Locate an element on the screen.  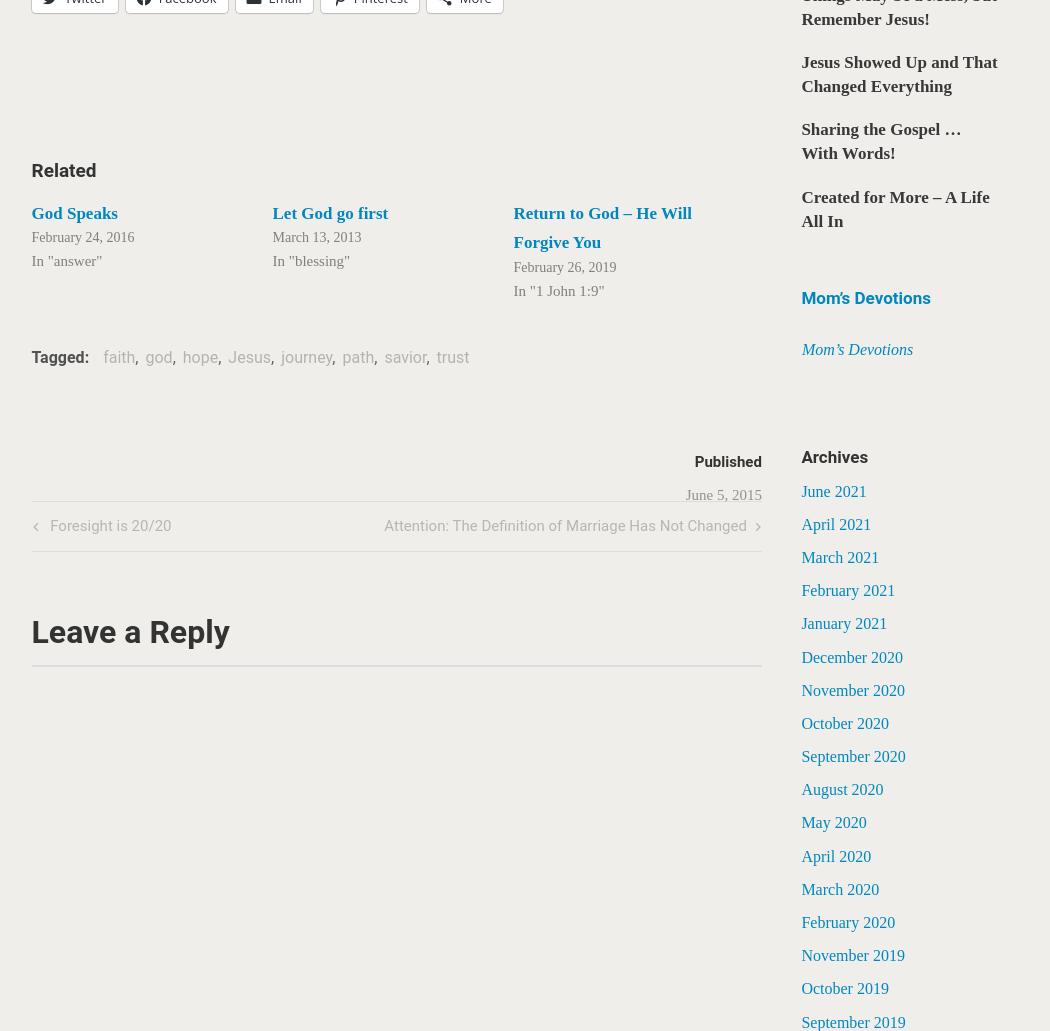
'faith' is located at coordinates (117, 355).